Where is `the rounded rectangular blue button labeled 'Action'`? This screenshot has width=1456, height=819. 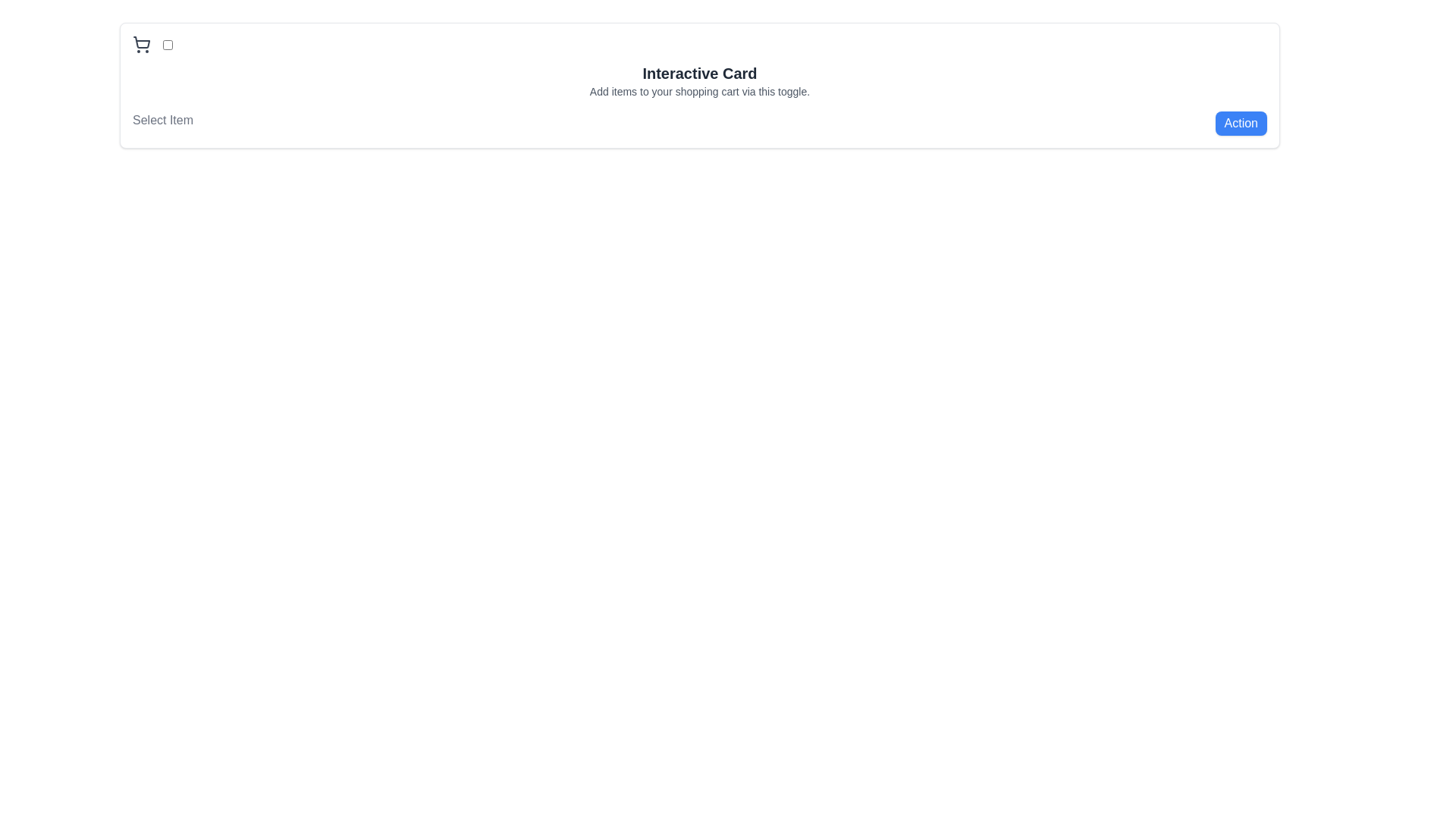 the rounded rectangular blue button labeled 'Action' is located at coordinates (1241, 122).